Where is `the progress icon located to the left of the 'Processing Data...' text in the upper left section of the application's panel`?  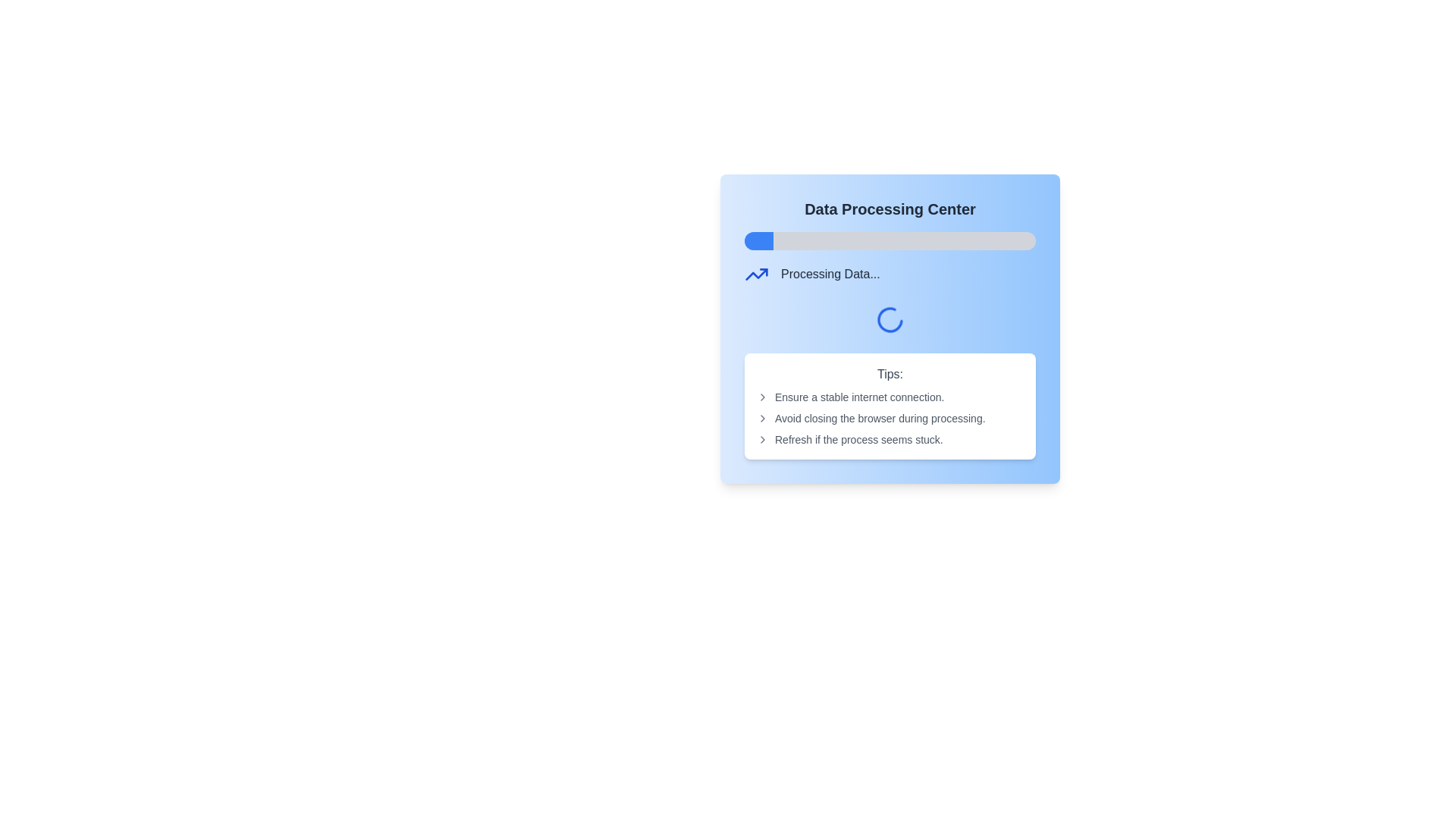 the progress icon located to the left of the 'Processing Data...' text in the upper left section of the application's panel is located at coordinates (757, 275).